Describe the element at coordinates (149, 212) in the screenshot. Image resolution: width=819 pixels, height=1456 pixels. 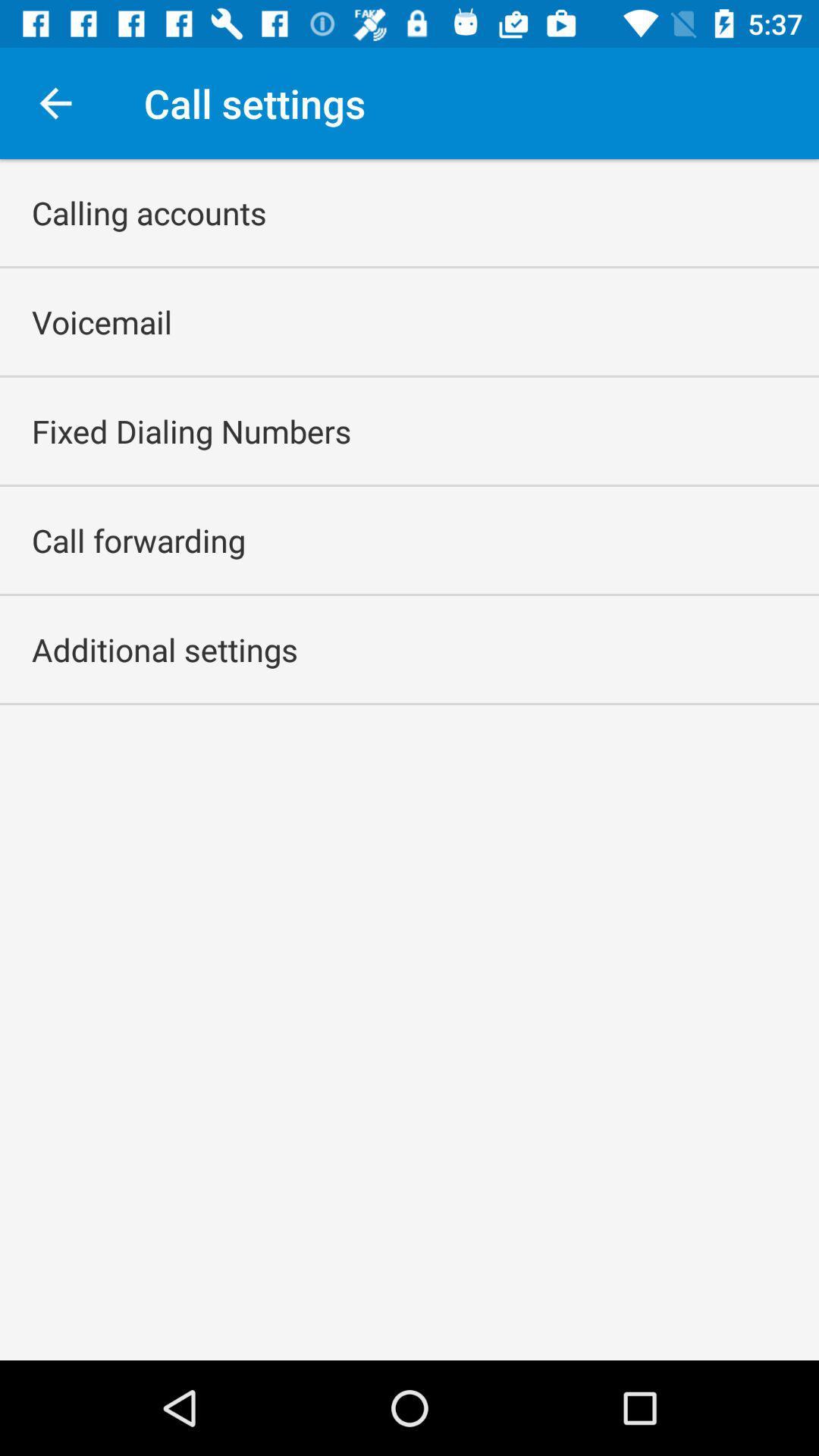
I see `icon above the voicemail` at that location.